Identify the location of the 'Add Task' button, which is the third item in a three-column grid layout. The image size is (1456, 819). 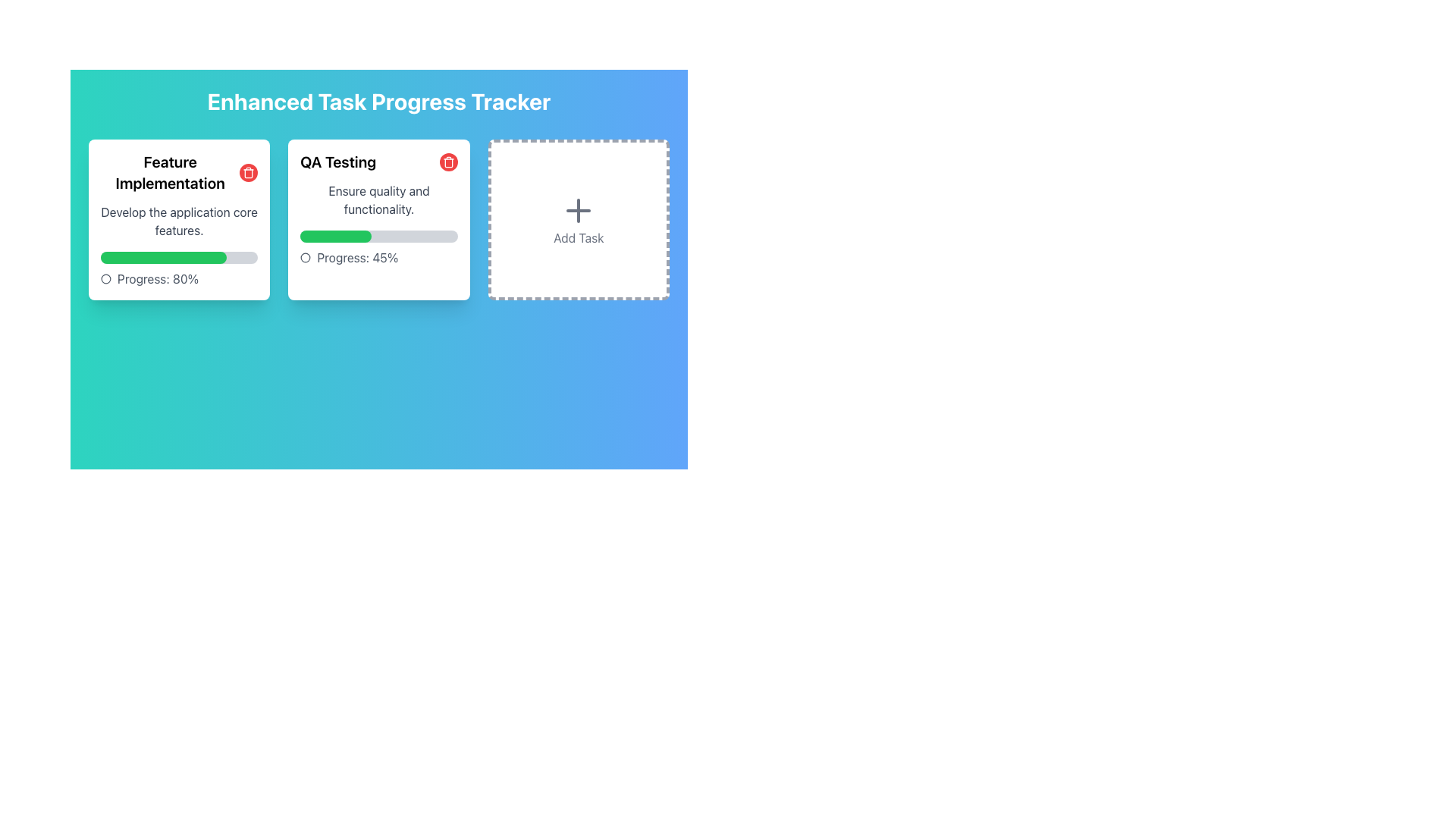
(578, 219).